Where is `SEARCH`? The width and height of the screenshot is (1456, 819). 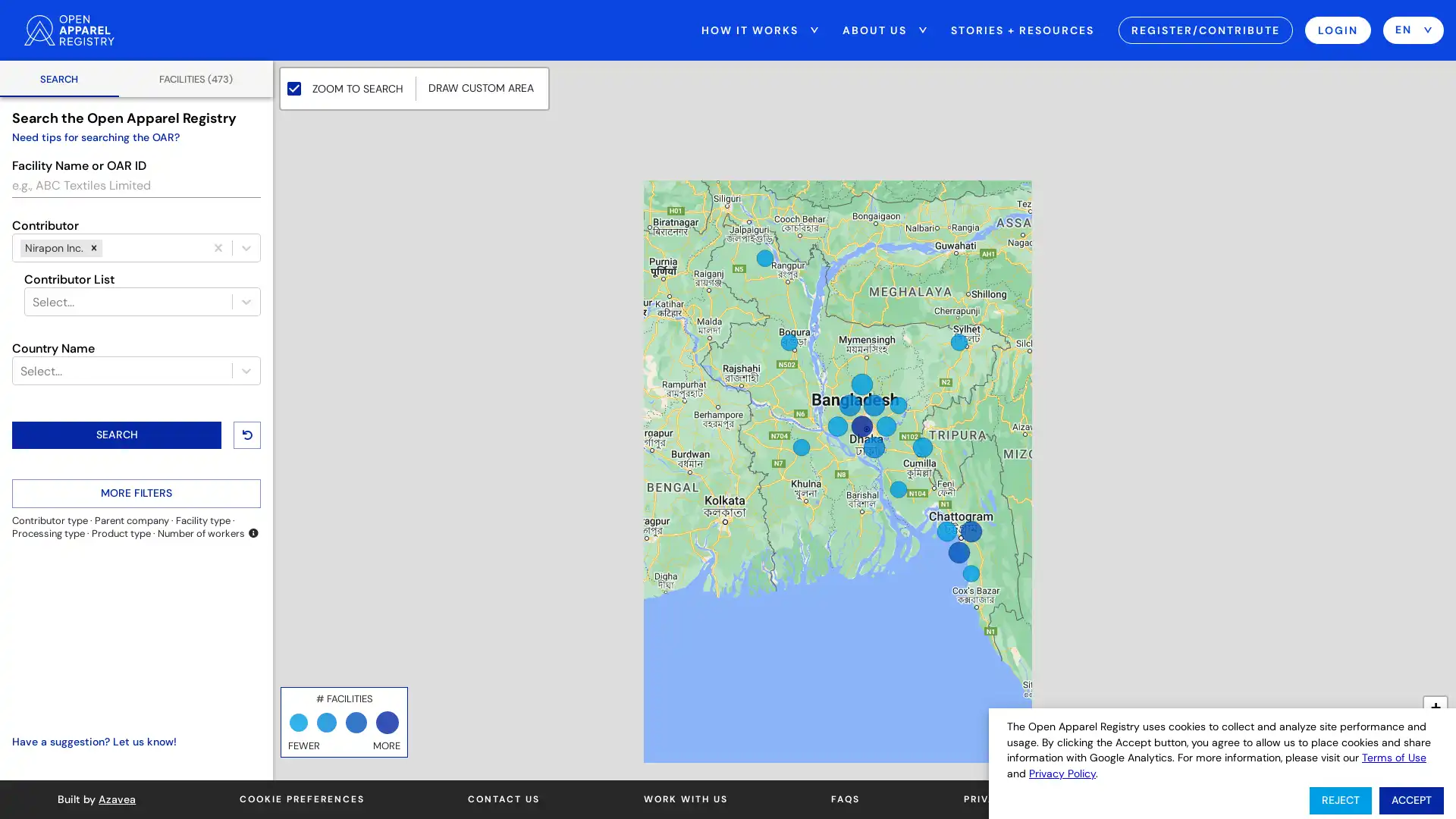
SEARCH is located at coordinates (115, 435).